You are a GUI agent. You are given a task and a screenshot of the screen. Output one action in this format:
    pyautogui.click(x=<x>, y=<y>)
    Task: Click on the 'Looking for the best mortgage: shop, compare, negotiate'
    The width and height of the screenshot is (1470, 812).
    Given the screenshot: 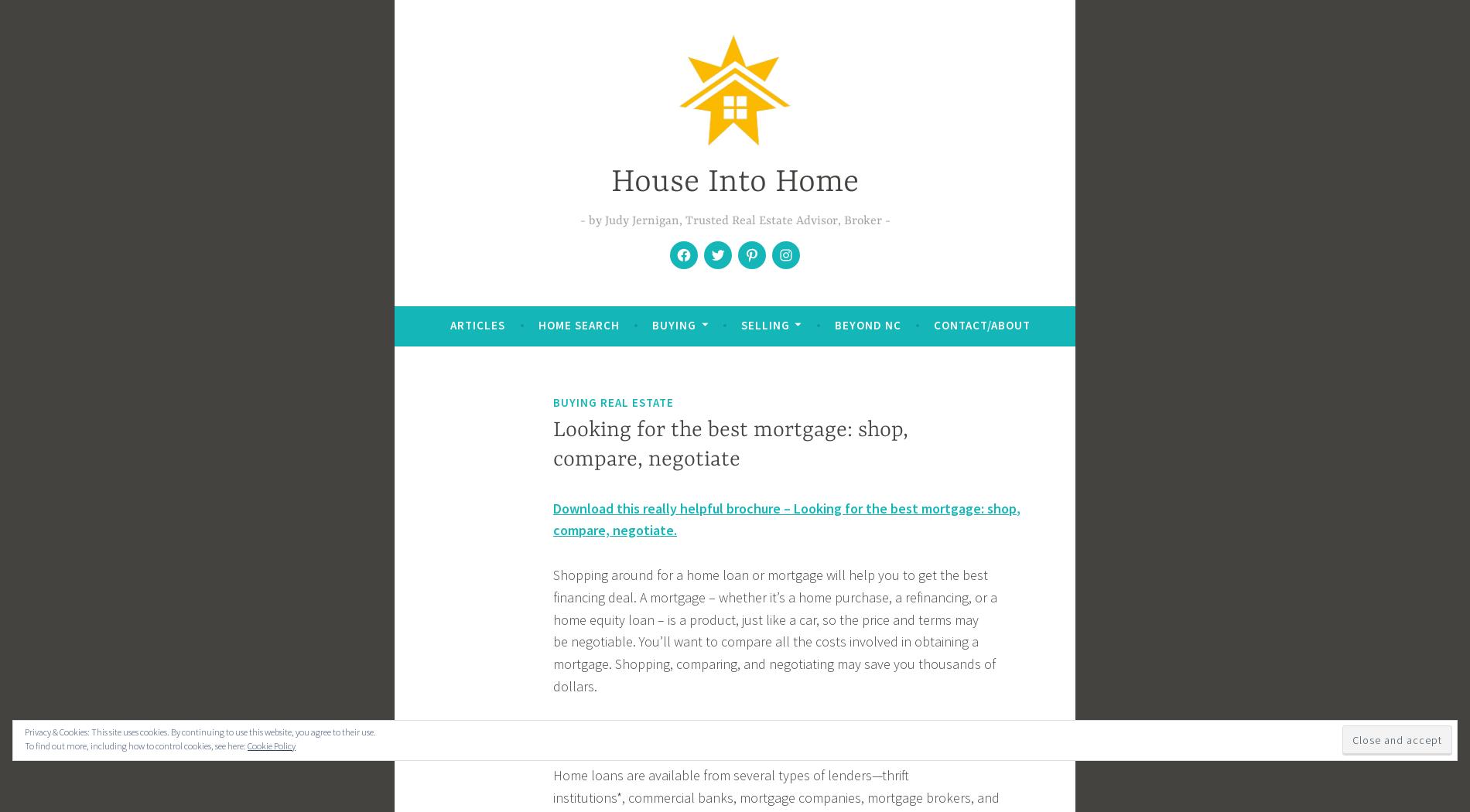 What is the action you would take?
    pyautogui.click(x=730, y=444)
    